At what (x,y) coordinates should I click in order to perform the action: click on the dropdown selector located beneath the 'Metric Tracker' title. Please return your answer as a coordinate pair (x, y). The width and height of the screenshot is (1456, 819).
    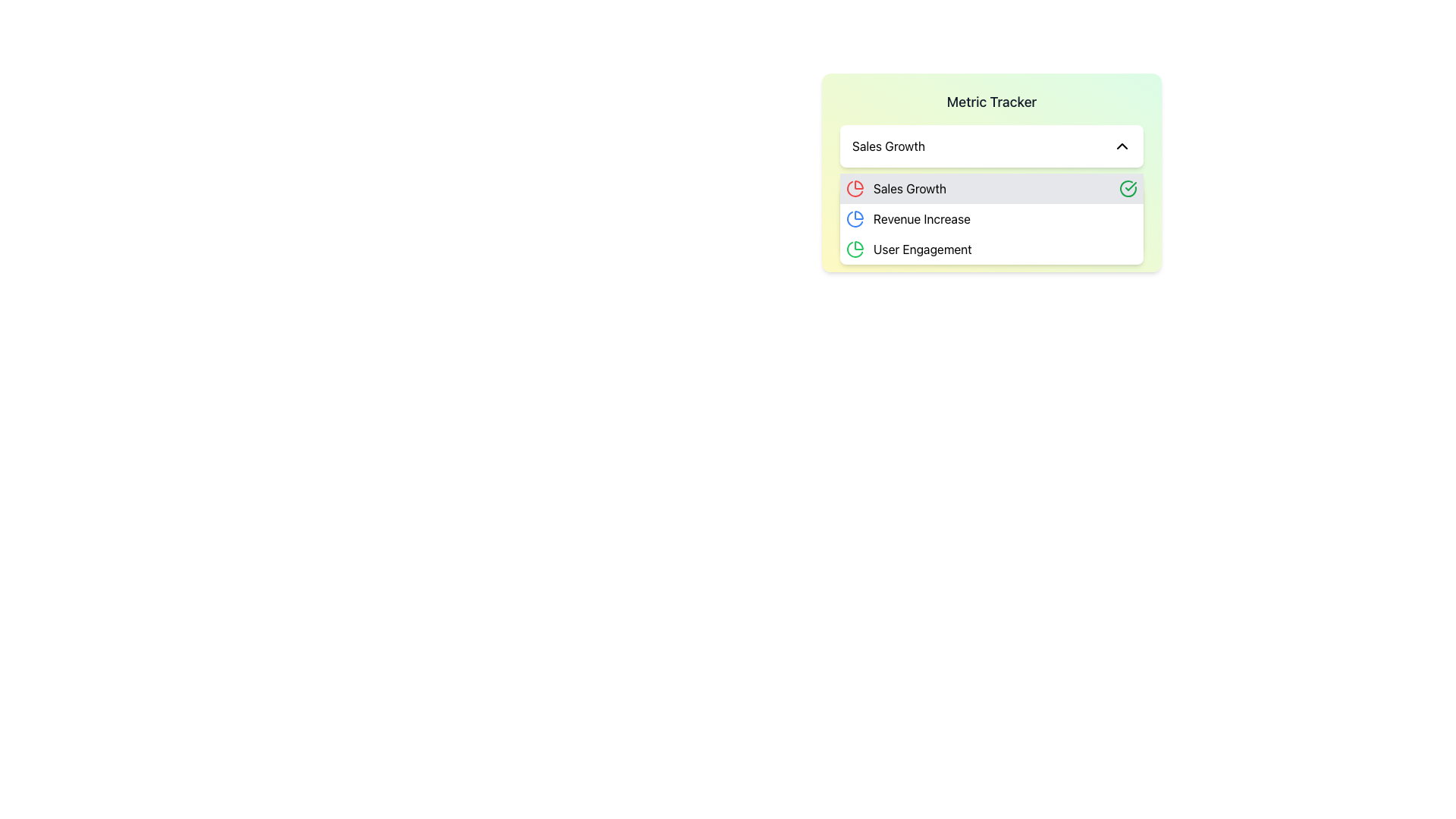
    Looking at the image, I should click on (992, 146).